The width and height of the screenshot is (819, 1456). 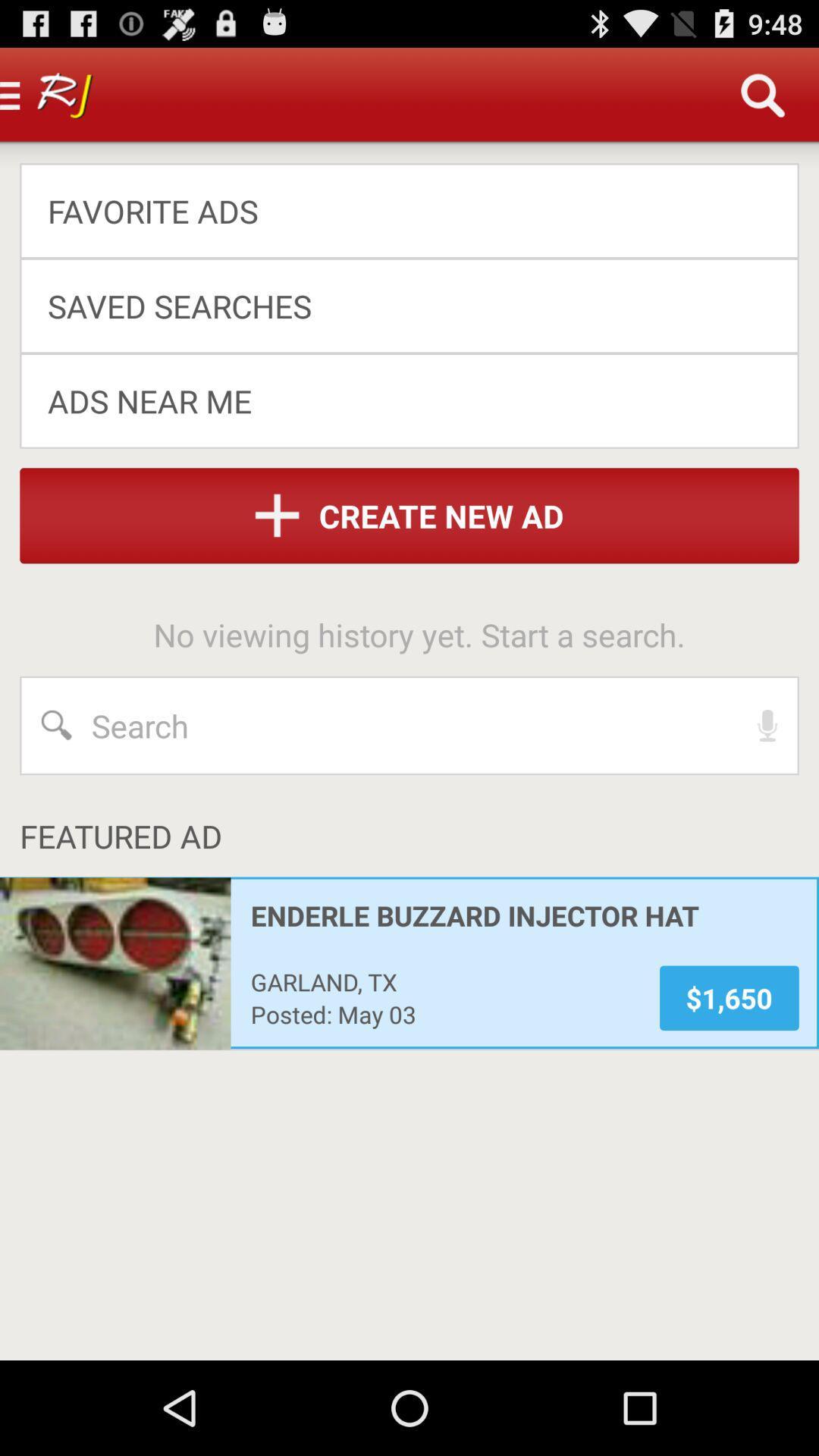 What do you see at coordinates (398, 210) in the screenshot?
I see `the favorite ads app` at bounding box center [398, 210].